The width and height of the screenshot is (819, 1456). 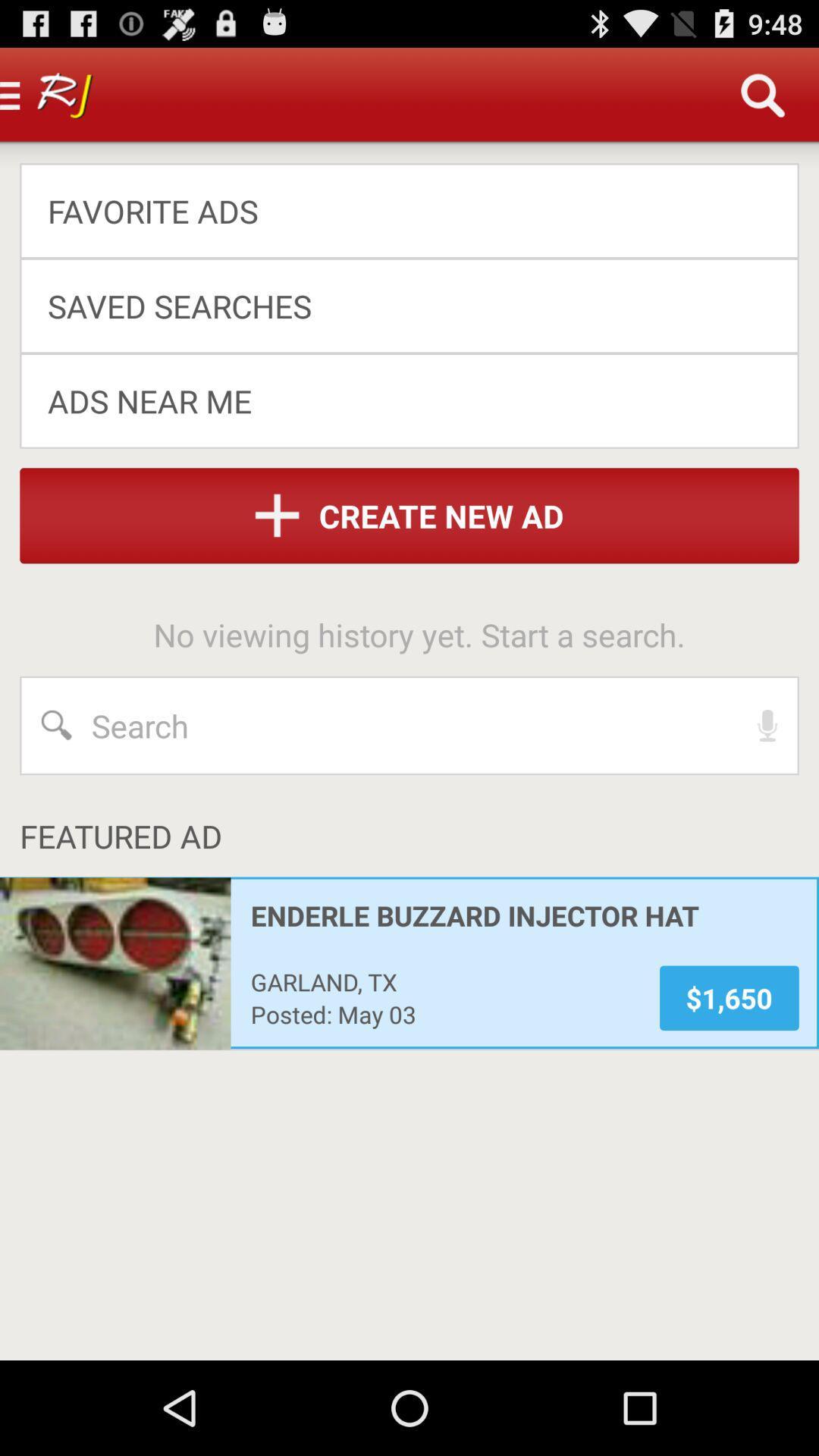 What do you see at coordinates (398, 210) in the screenshot?
I see `the favorite ads app` at bounding box center [398, 210].